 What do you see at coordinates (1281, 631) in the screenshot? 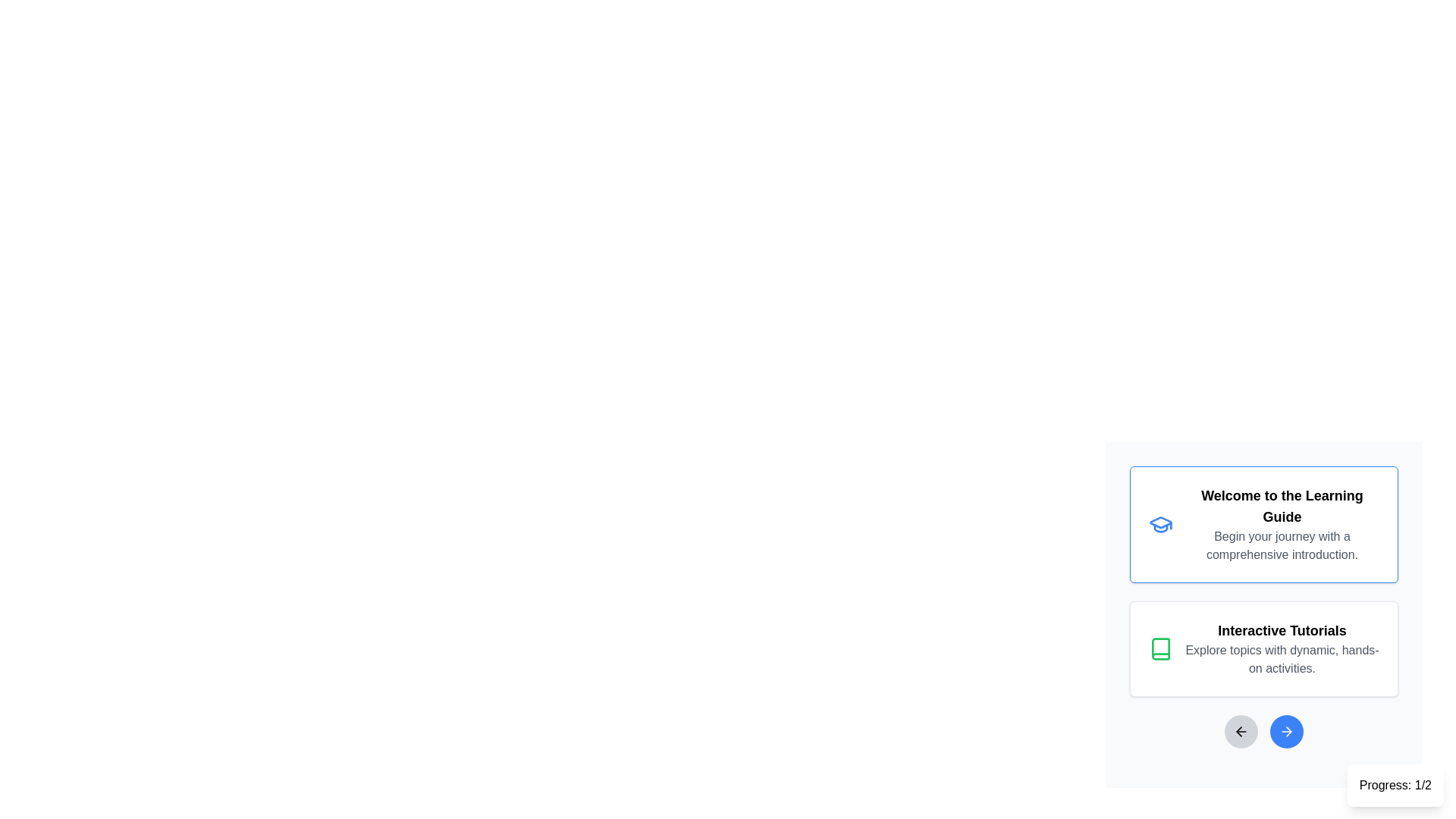
I see `the text label that reads 'Interactive Tutorials', which is styled in large, bold font and is located in a card layout below the 'Welcome to the Learning Guide' card` at bounding box center [1281, 631].